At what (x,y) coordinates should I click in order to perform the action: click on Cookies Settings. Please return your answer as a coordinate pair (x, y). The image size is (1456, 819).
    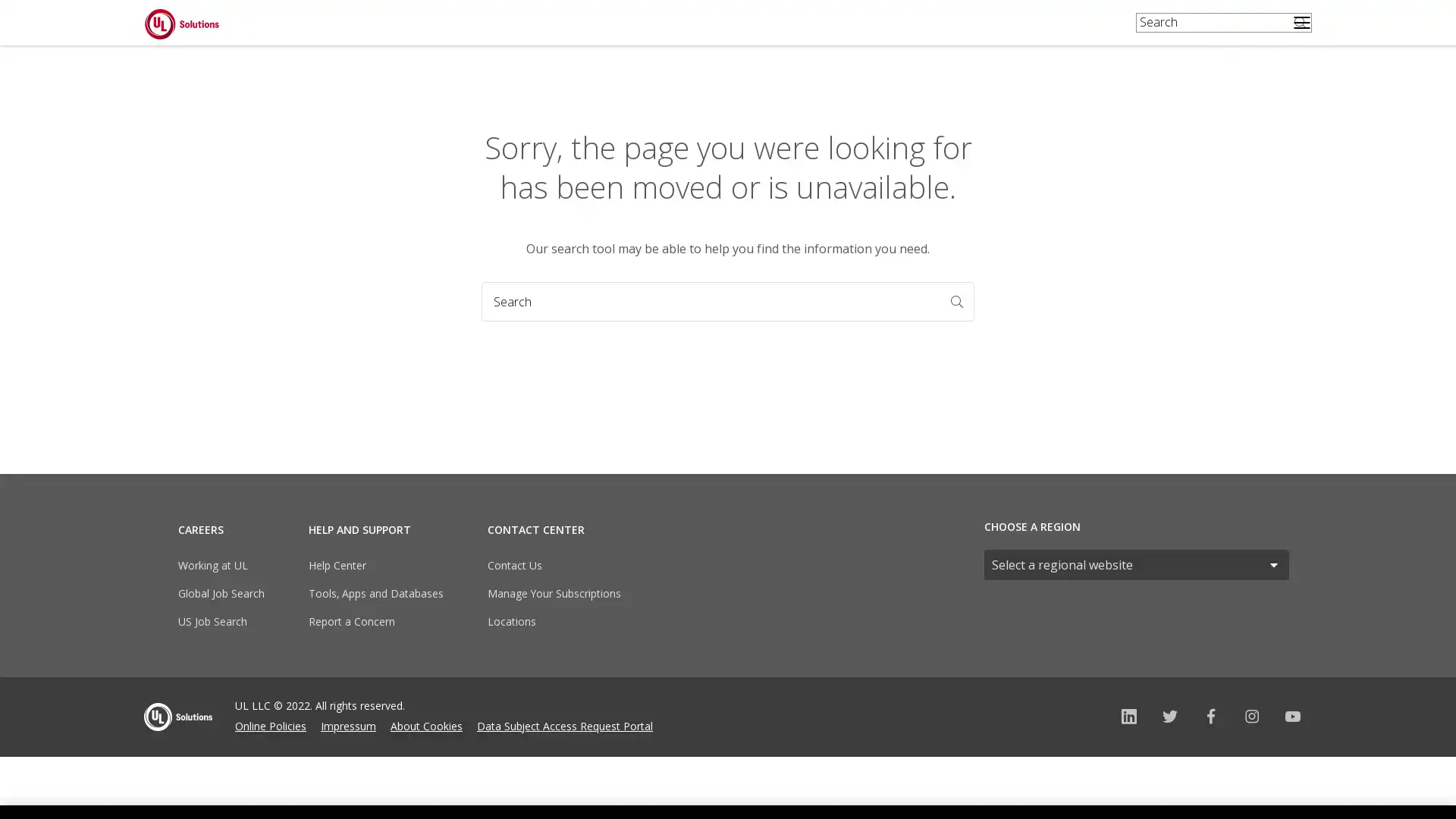
    Looking at the image, I should click on (1055, 775).